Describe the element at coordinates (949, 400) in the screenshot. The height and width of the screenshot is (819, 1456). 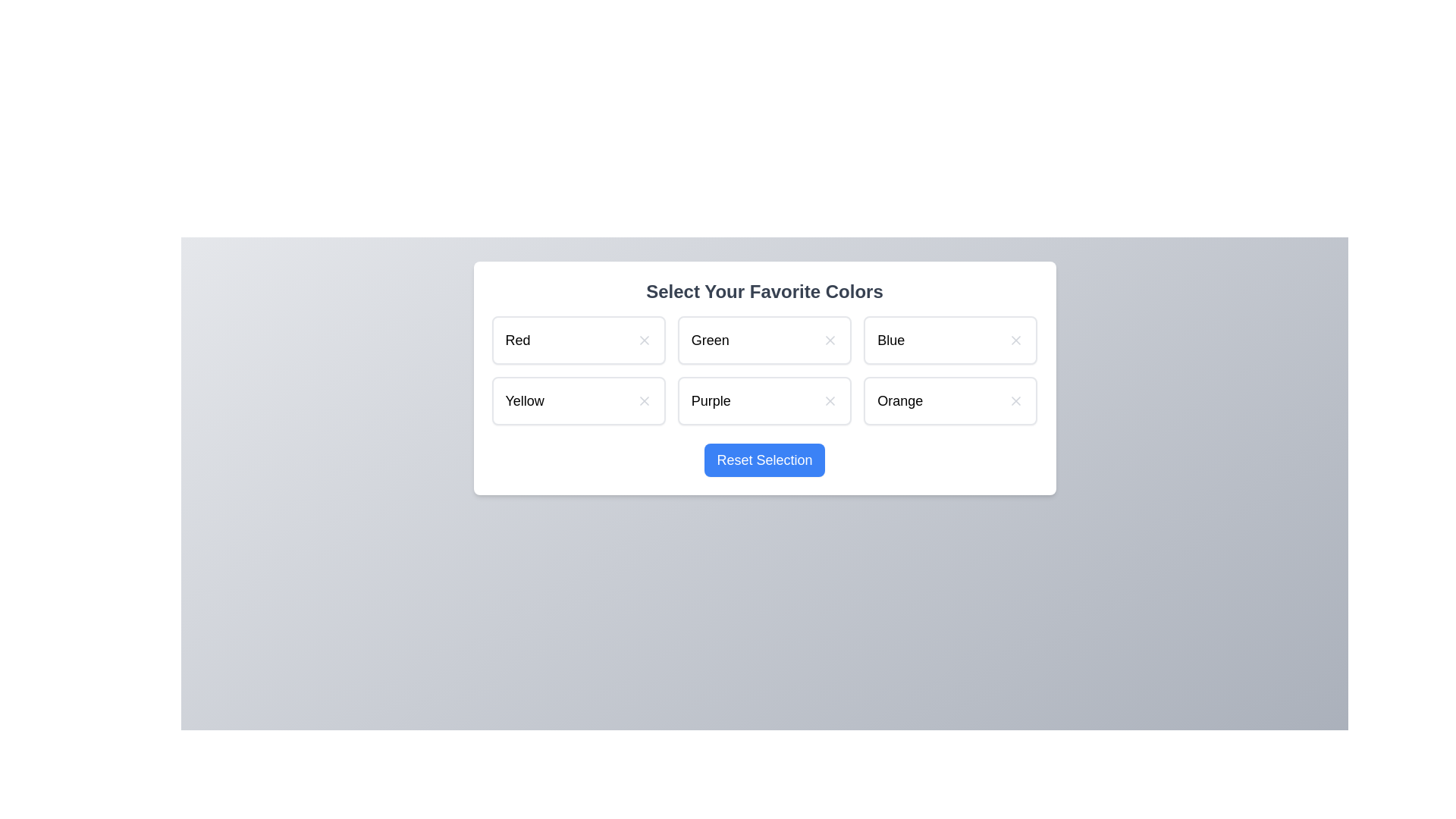
I see `the color Orange` at that location.